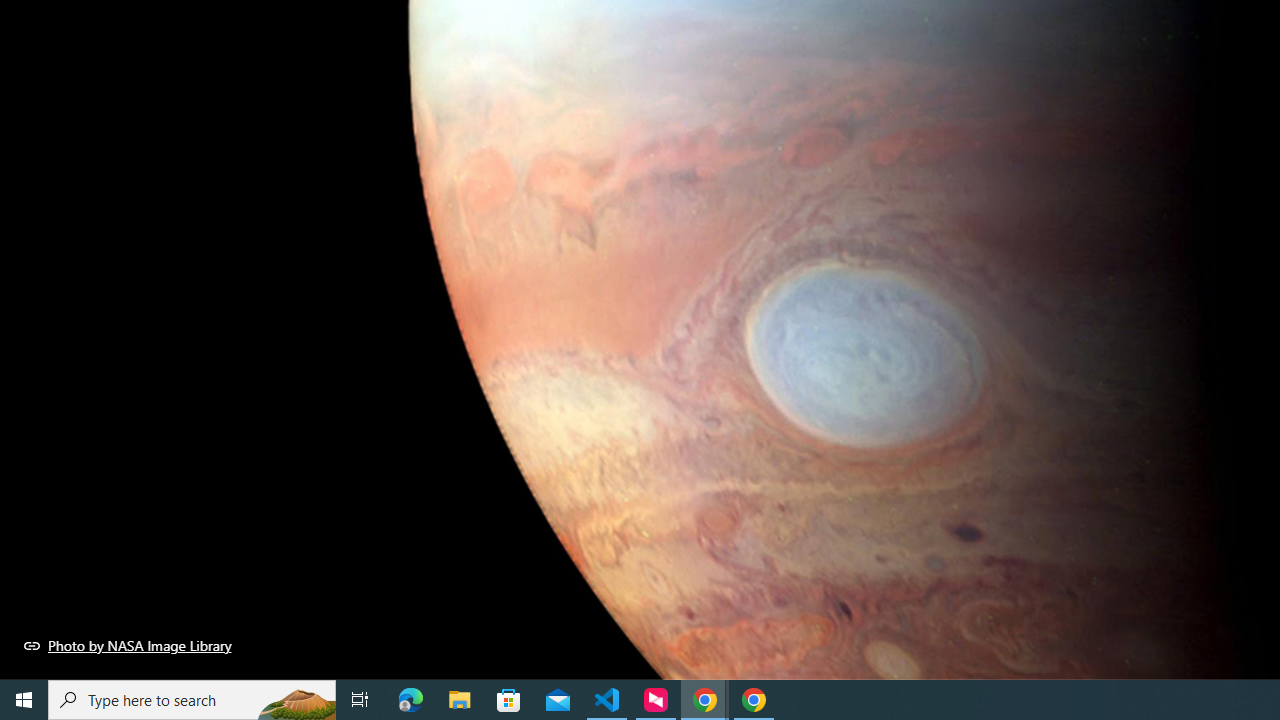 This screenshot has height=720, width=1280. What do you see at coordinates (127, 645) in the screenshot?
I see `'Photo by NASA Image Library'` at bounding box center [127, 645].